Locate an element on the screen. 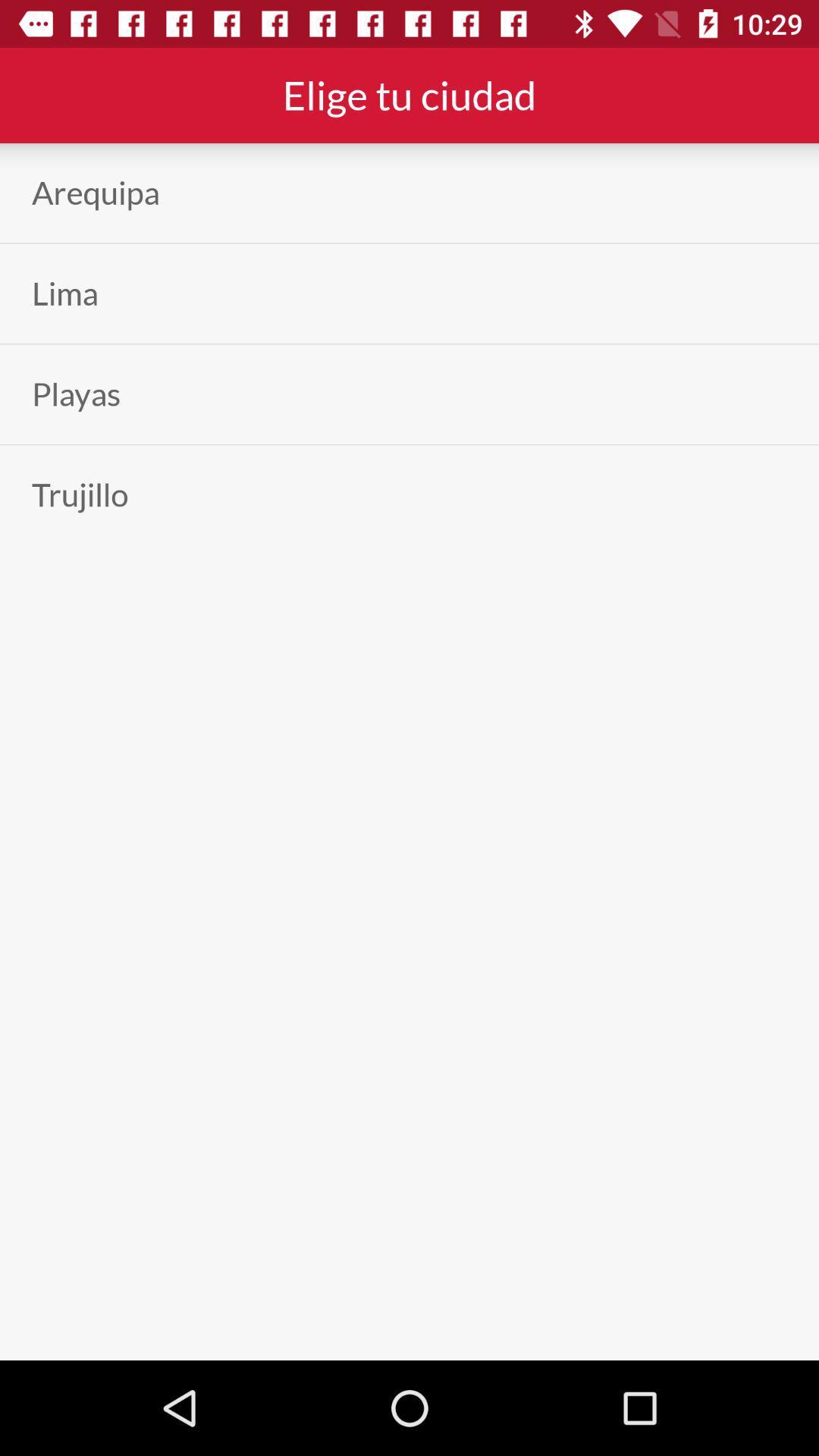 Image resolution: width=819 pixels, height=1456 pixels. playas icon is located at coordinates (76, 394).